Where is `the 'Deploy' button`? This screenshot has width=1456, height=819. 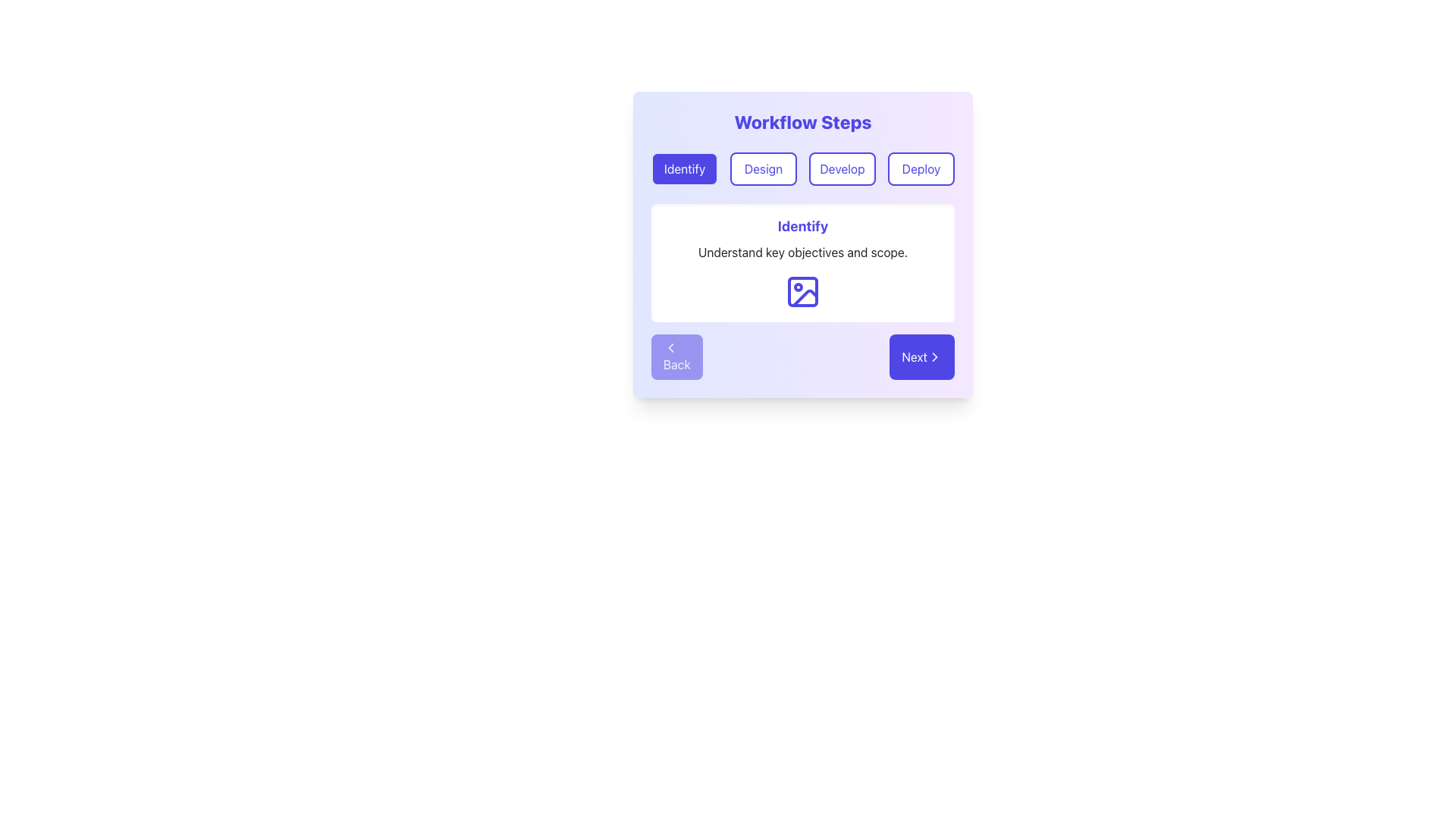
the 'Deploy' button is located at coordinates (920, 169).